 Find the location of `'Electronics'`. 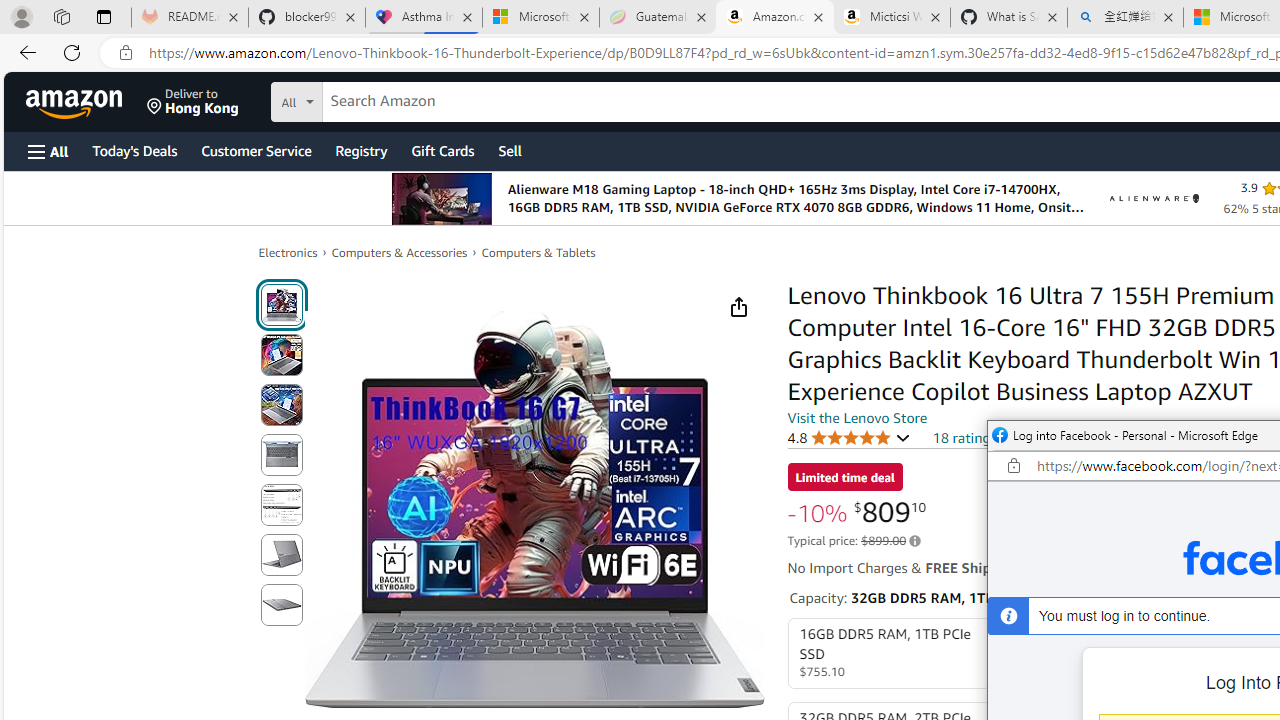

'Electronics' is located at coordinates (287, 251).